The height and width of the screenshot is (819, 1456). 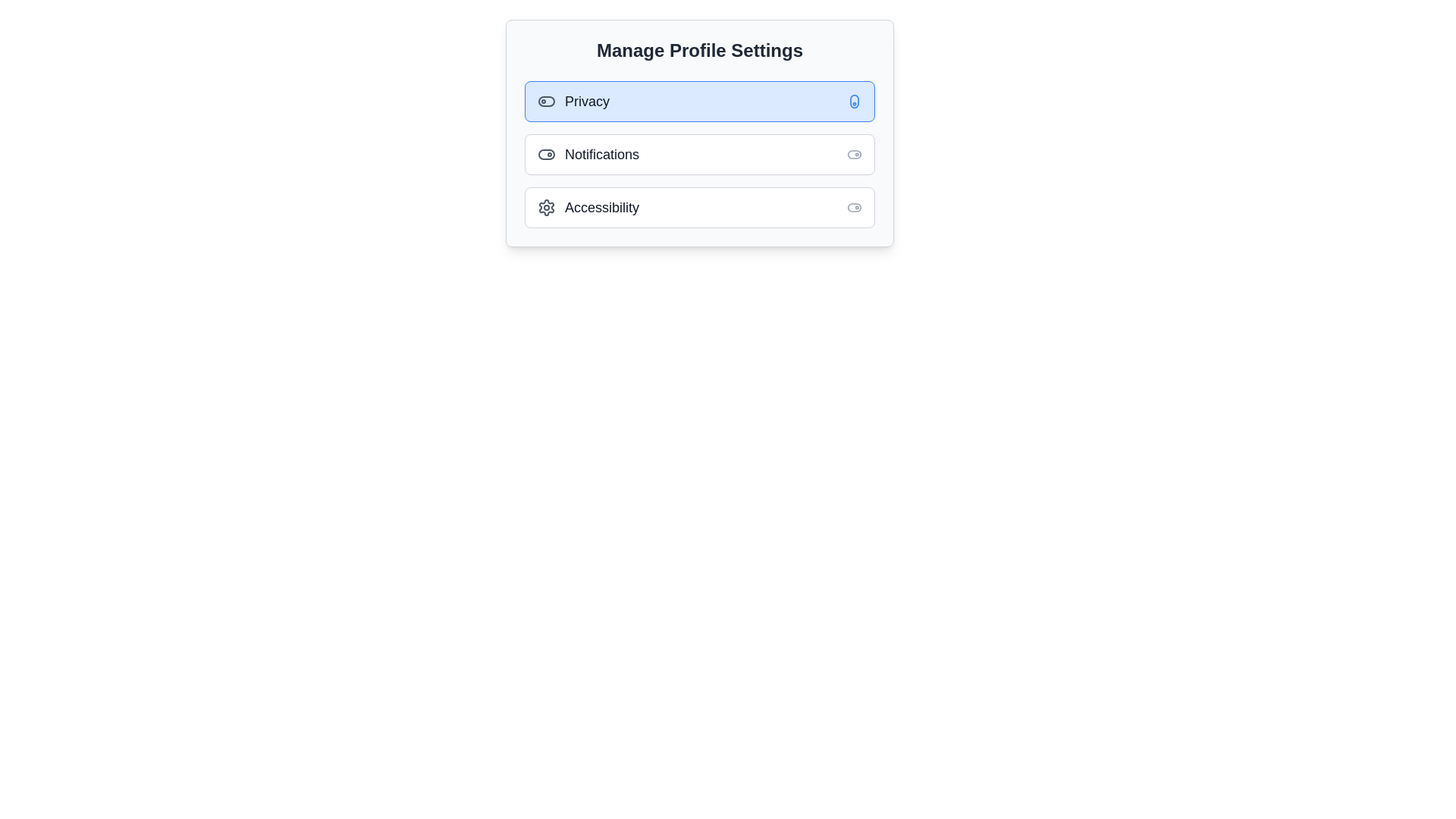 I want to click on the background layer of the toggle switch located within the 'Notifications' list item, which is an elongated rectangular shape with rounded corners and a light appearance indicating an inactive state, so click(x=546, y=155).